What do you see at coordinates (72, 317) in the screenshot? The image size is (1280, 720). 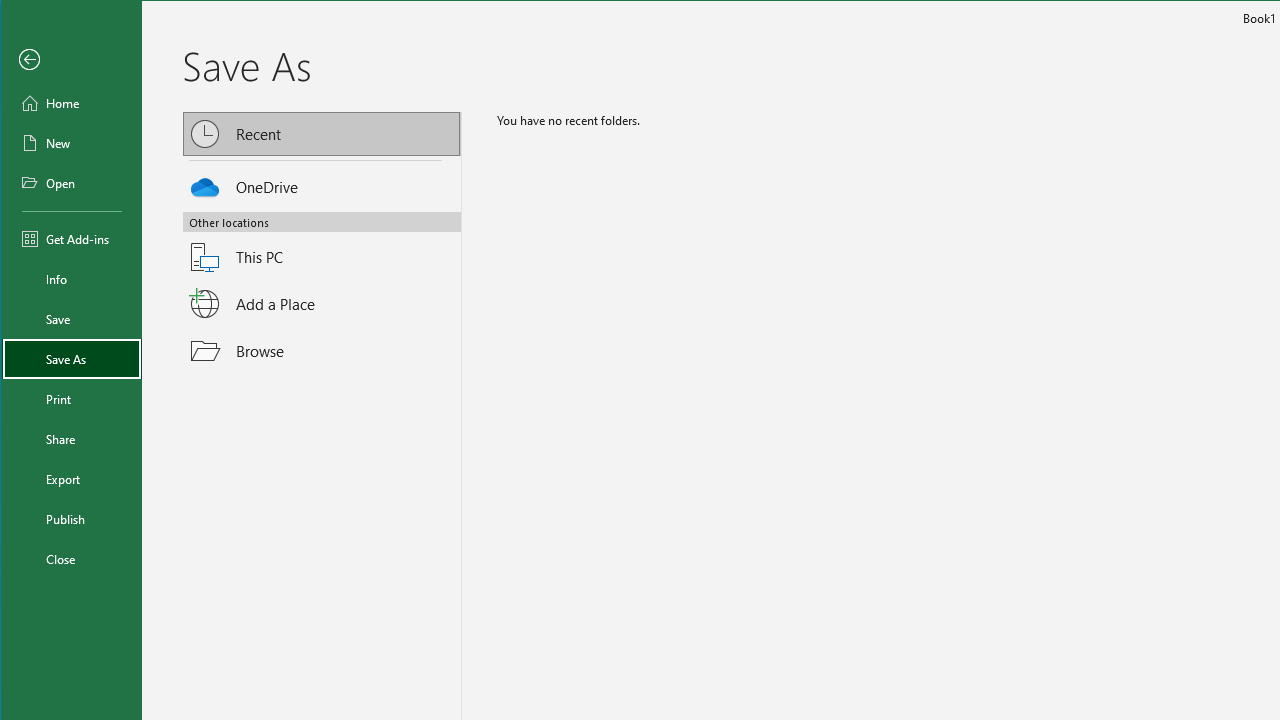 I see `'Save'` at bounding box center [72, 317].